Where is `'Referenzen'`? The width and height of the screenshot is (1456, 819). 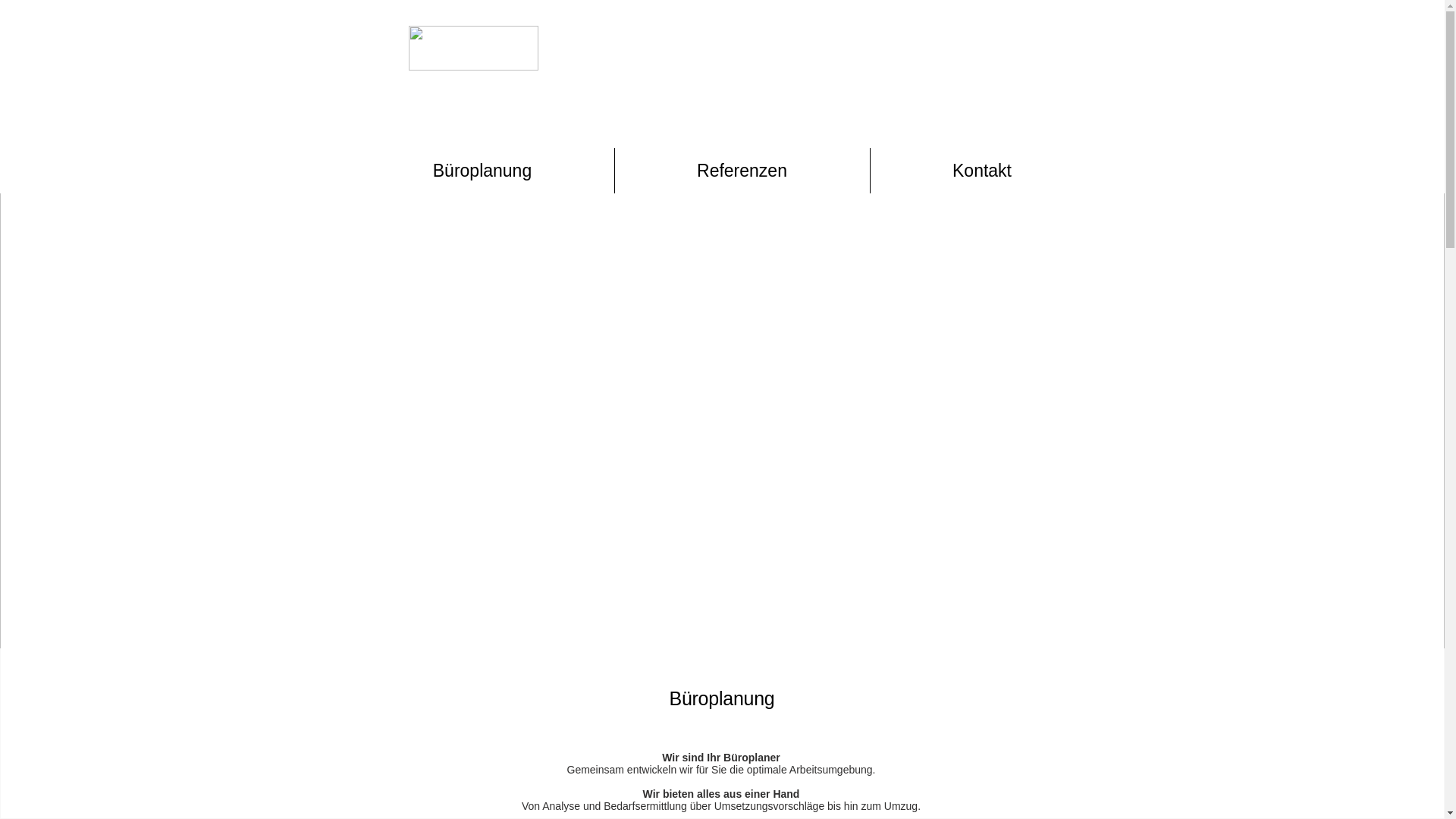 'Referenzen' is located at coordinates (742, 170).